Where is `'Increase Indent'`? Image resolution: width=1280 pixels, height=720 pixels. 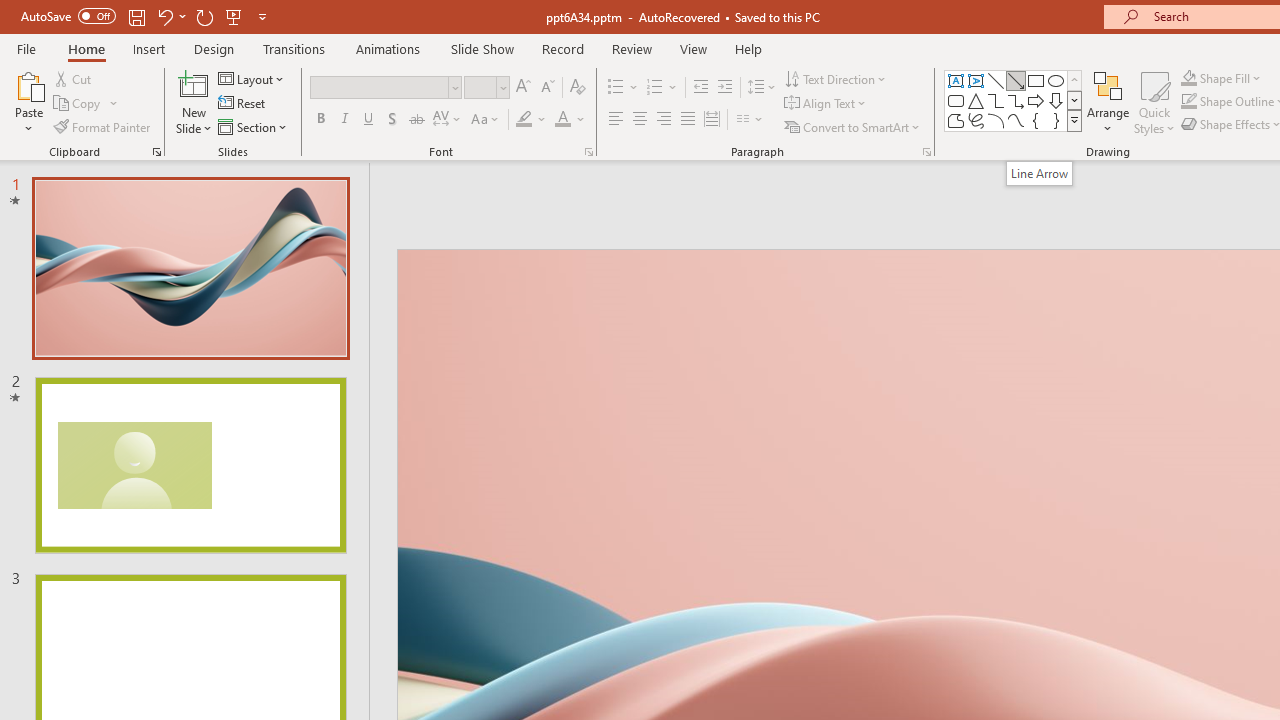 'Increase Indent' is located at coordinates (724, 86).